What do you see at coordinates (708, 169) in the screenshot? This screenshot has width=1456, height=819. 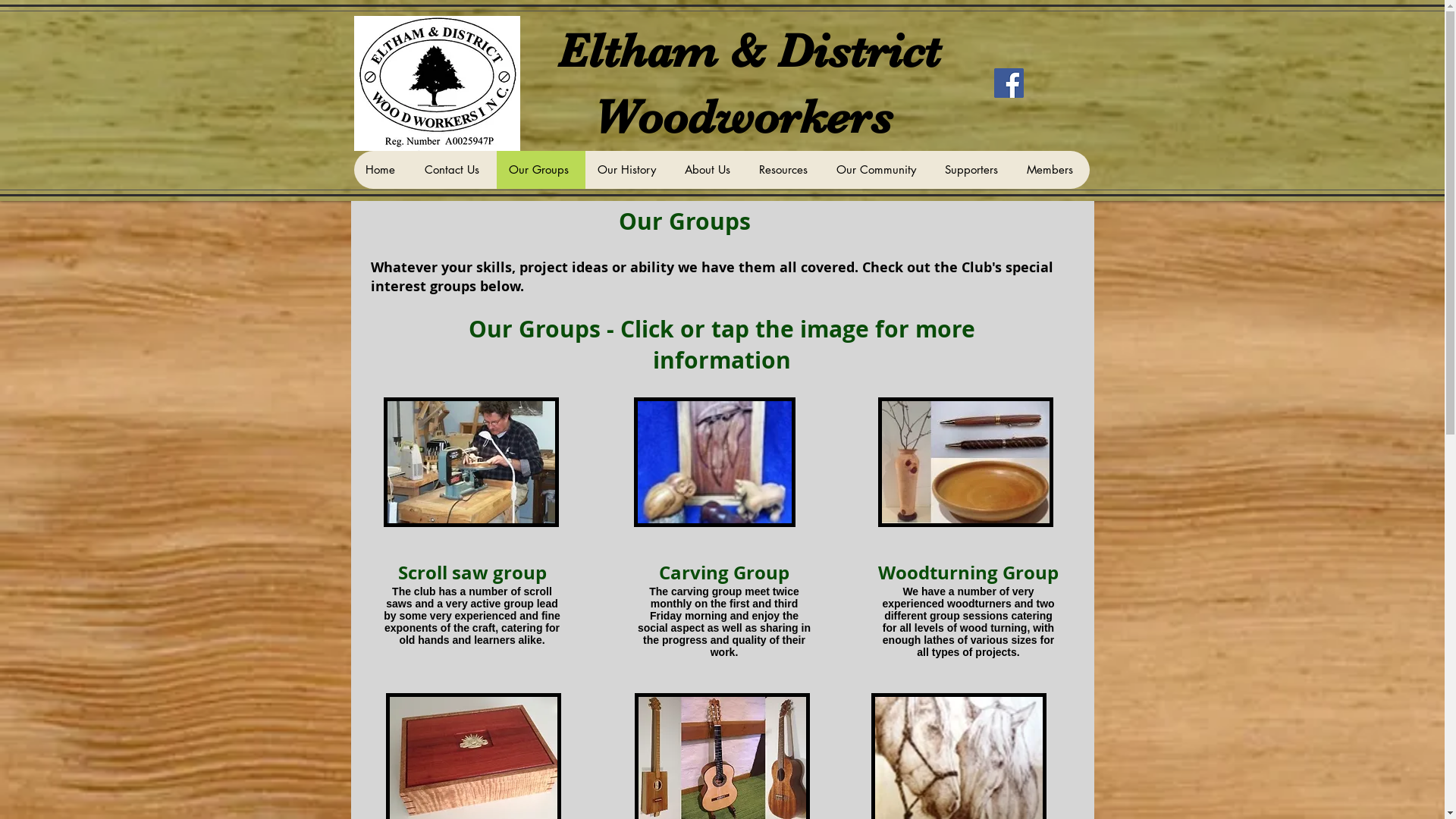 I see `'About Us'` at bounding box center [708, 169].